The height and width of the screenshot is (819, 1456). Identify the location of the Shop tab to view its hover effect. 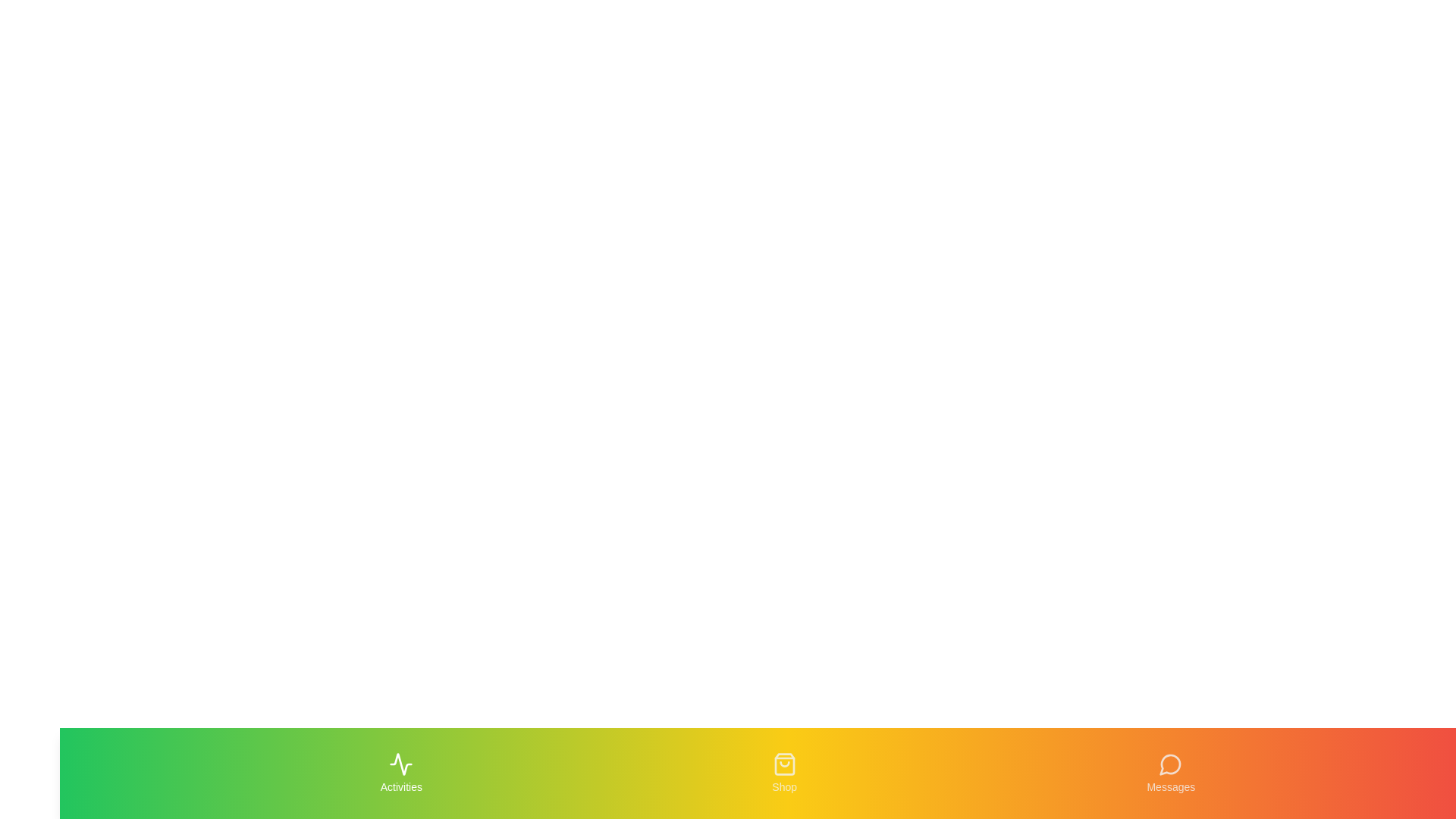
(785, 773).